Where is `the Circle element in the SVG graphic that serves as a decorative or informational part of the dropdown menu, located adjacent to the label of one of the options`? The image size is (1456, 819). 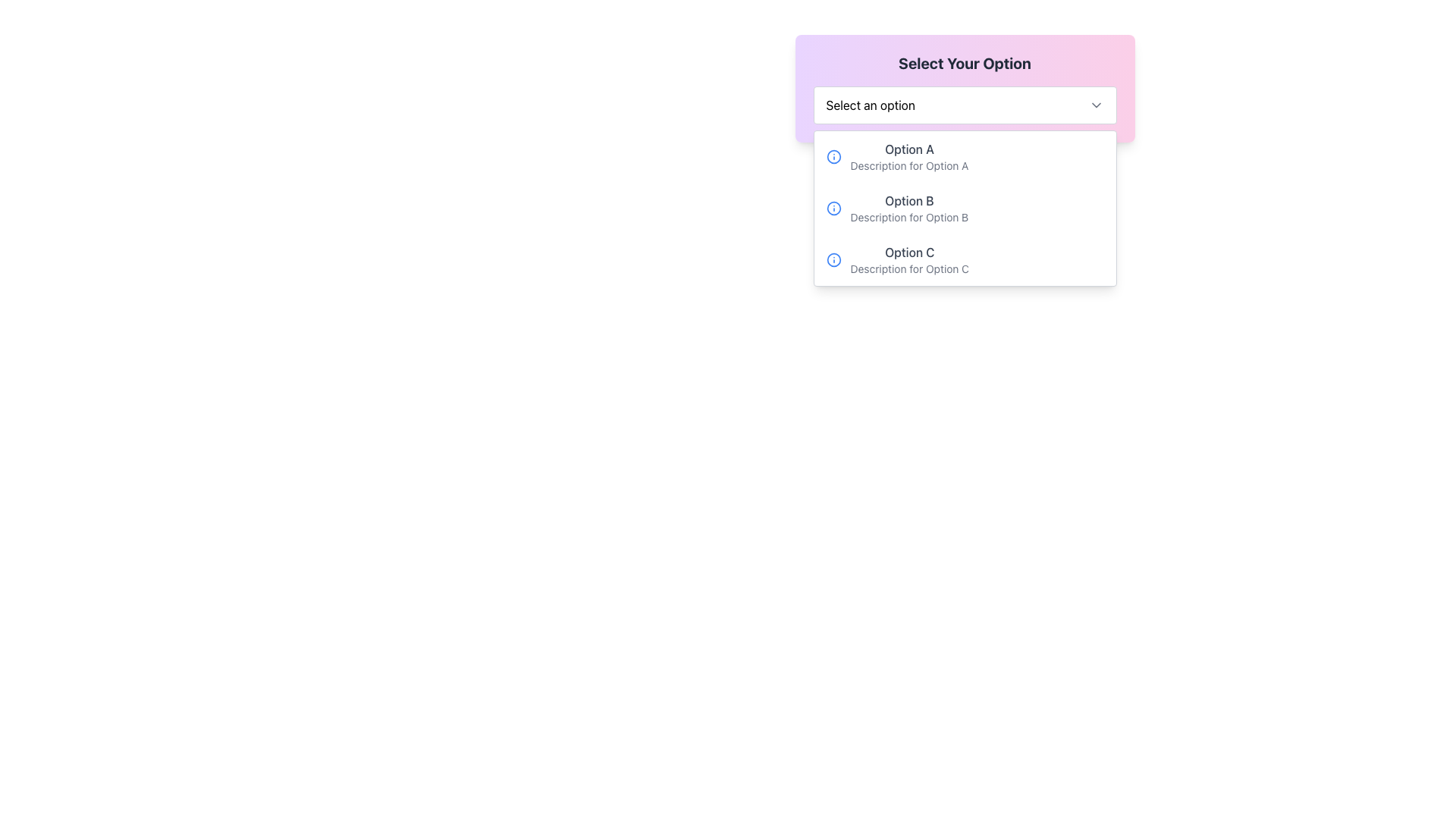
the Circle element in the SVG graphic that serves as a decorative or informational part of the dropdown menu, located adjacent to the label of one of the options is located at coordinates (833, 157).